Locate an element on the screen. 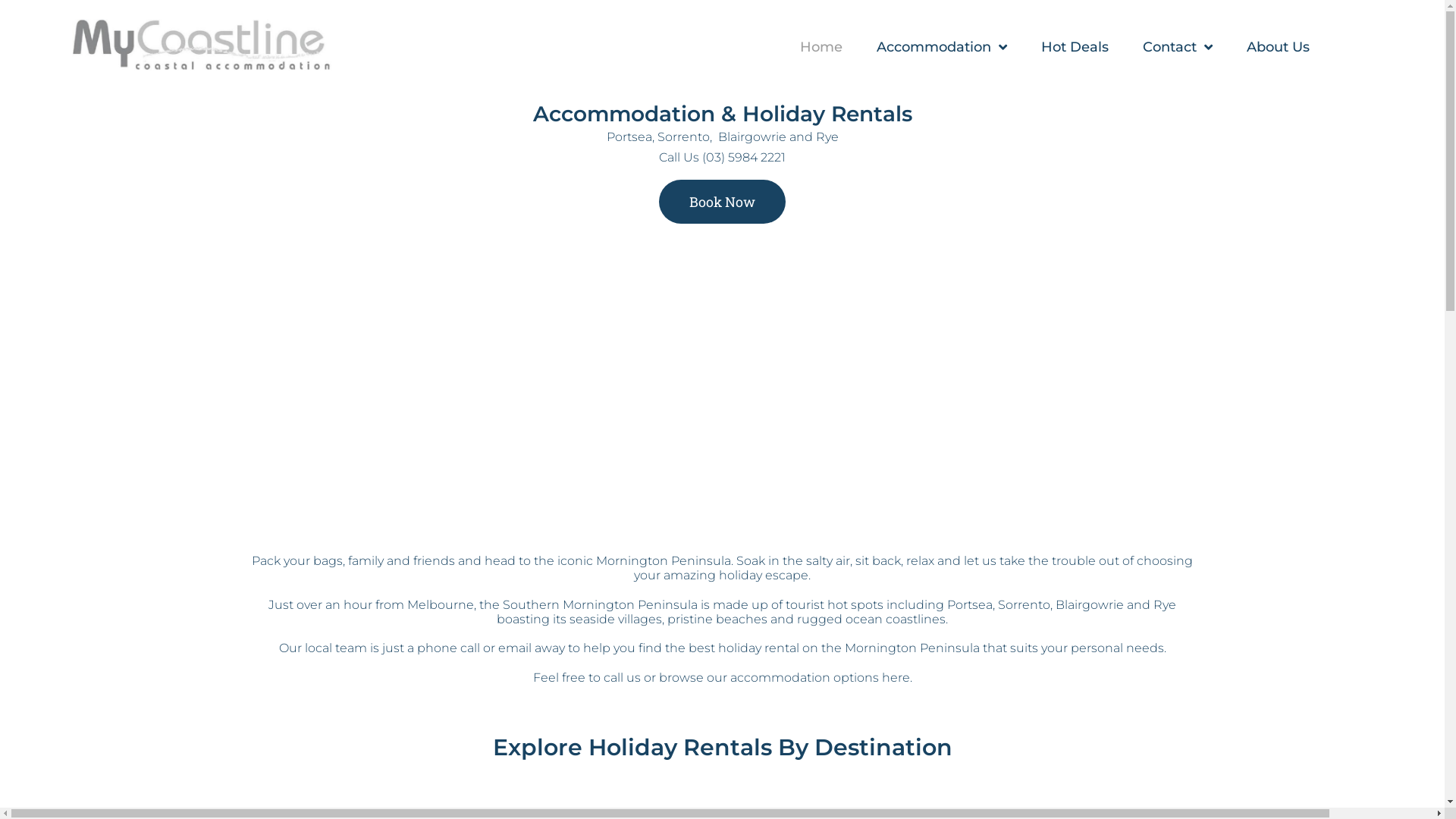 Image resolution: width=1456 pixels, height=819 pixels. 'About Us' is located at coordinates (1277, 46).